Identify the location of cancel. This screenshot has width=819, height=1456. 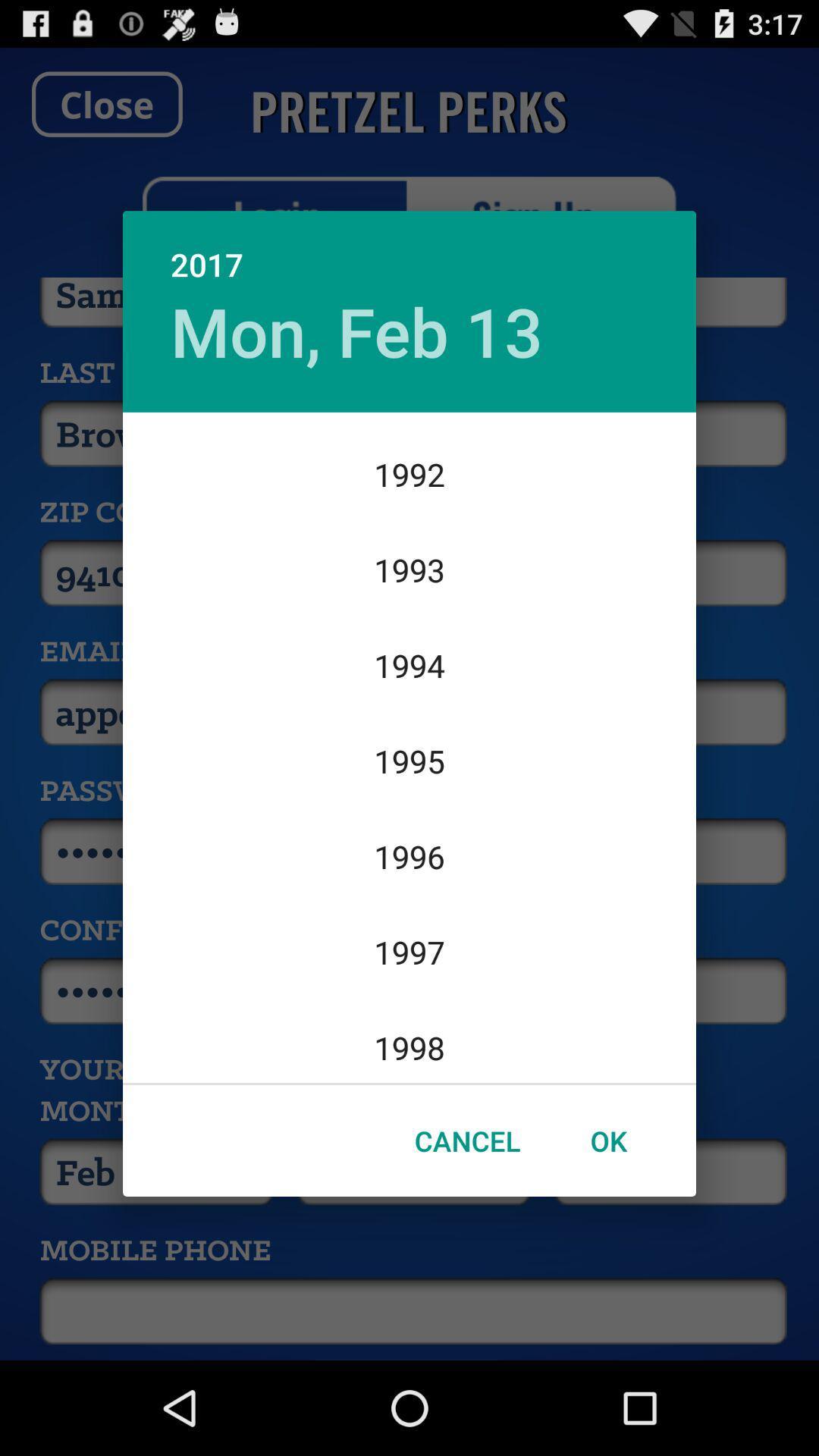
(466, 1141).